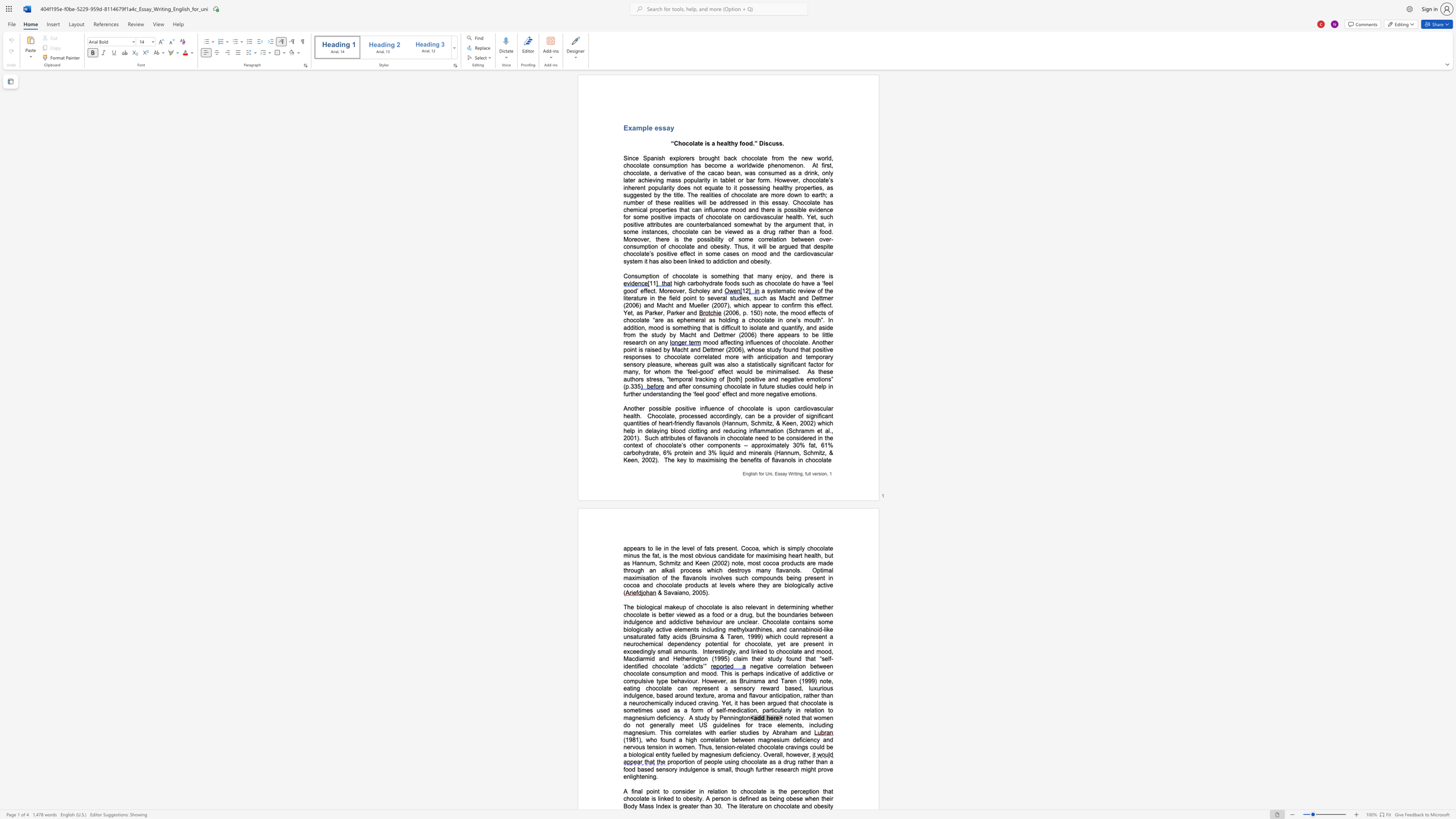  I want to click on the subset text "besity. A person is defined as being ob" within the text "that chocolate is linked to obesity. A person is defined as being obese when their Body Mass Index is greater than 30", so click(686, 798).